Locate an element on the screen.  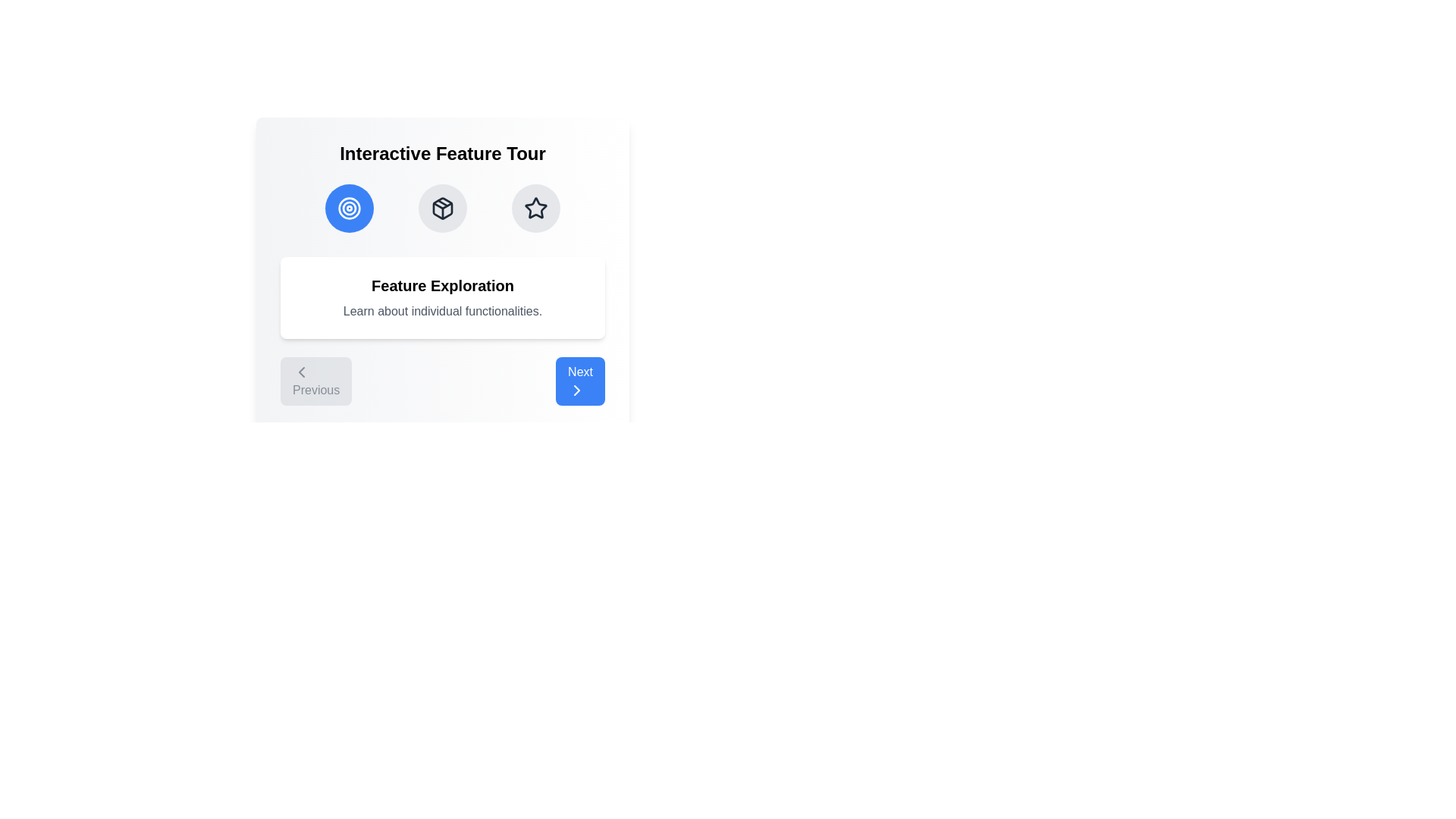
the first circular button on the left side of the group is located at coordinates (348, 208).